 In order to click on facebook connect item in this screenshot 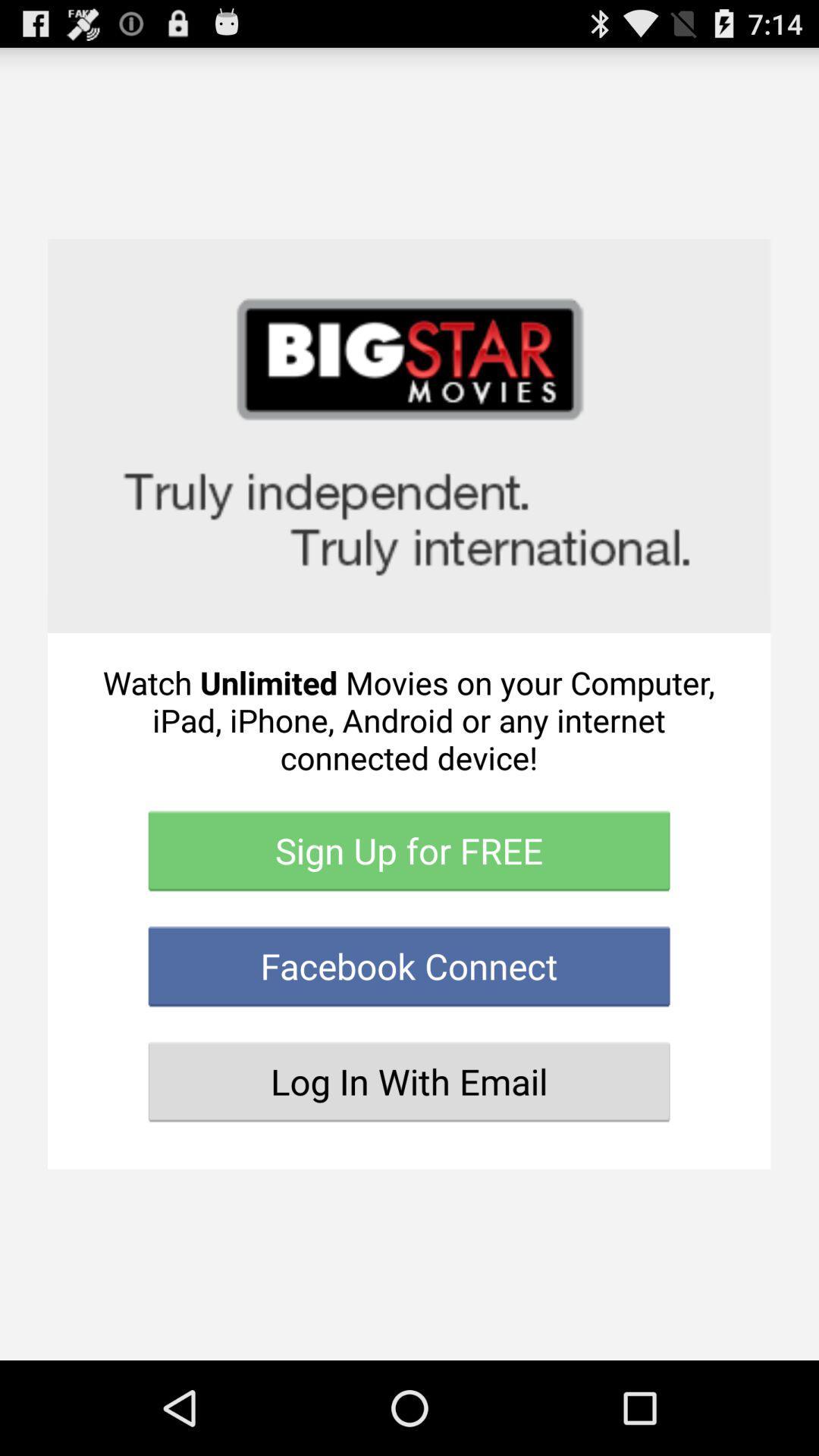, I will do `click(408, 965)`.